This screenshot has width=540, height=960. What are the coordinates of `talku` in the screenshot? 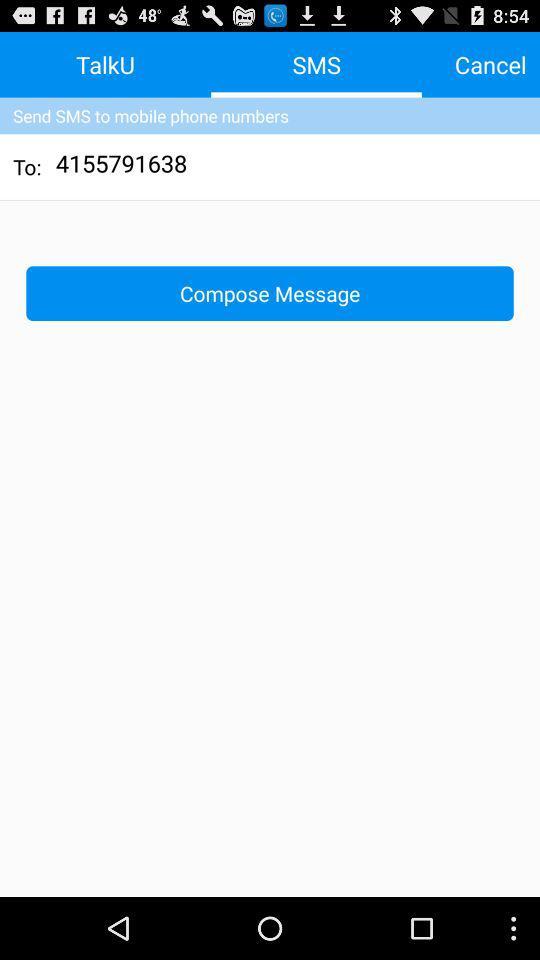 It's located at (105, 64).